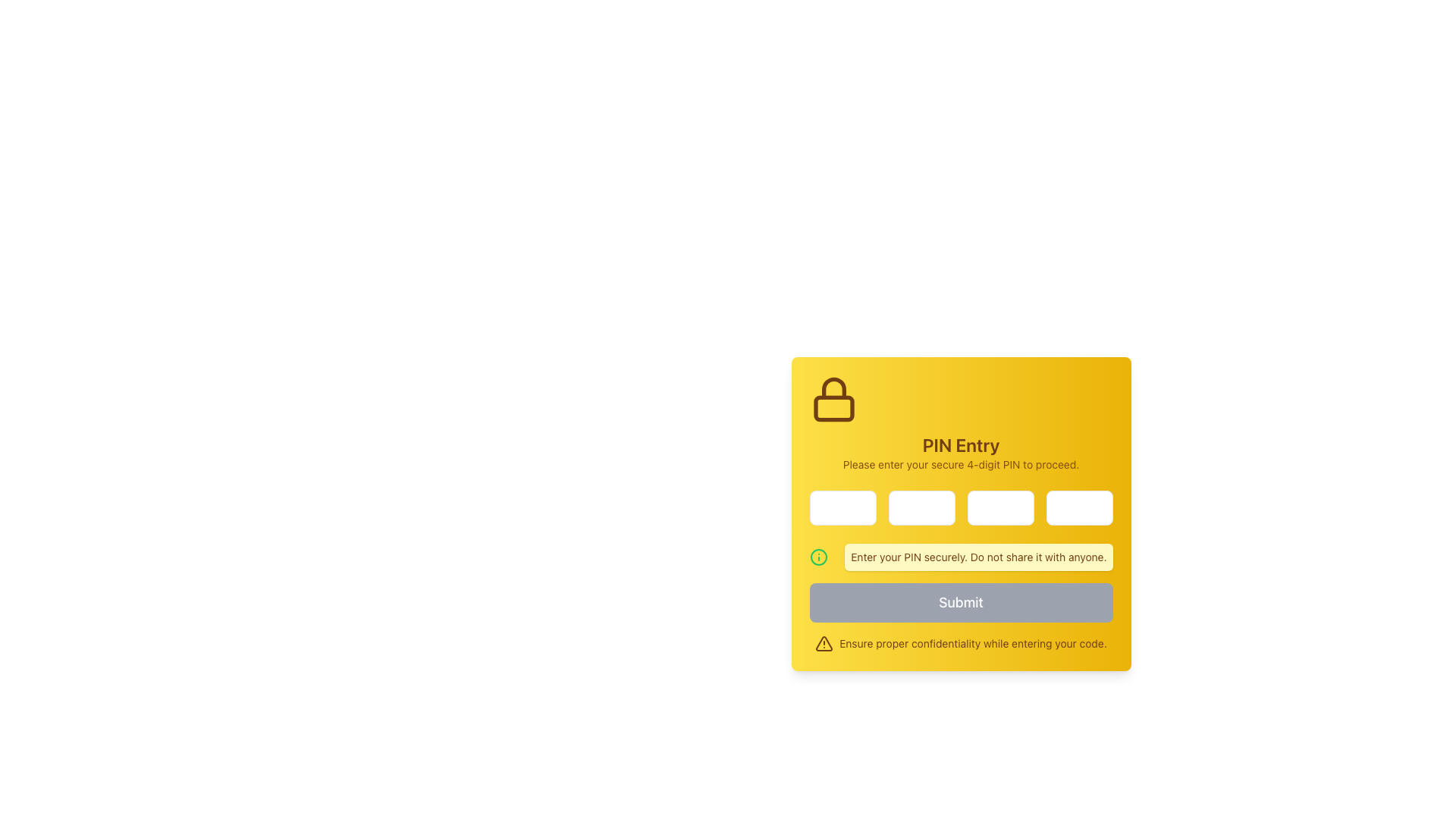  What do you see at coordinates (960, 643) in the screenshot?
I see `text displayed in the Text Display with Icon element that conveys an important warning about PIN confidentiality, located below the 'Submit' button` at bounding box center [960, 643].